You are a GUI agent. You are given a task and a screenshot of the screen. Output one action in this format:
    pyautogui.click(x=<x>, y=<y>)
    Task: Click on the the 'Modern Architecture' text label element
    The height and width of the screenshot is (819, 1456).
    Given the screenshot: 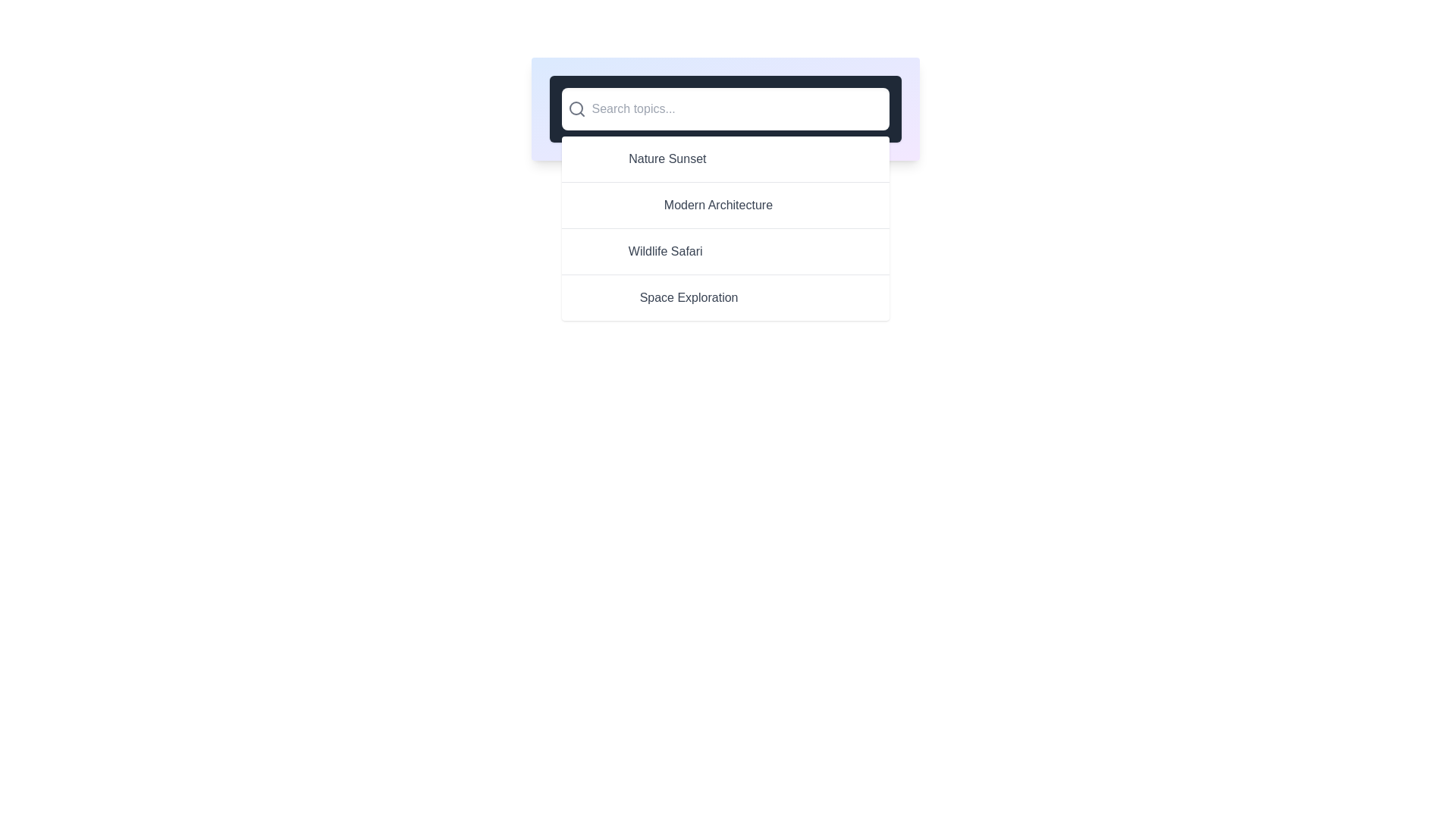 What is the action you would take?
    pyautogui.click(x=717, y=205)
    